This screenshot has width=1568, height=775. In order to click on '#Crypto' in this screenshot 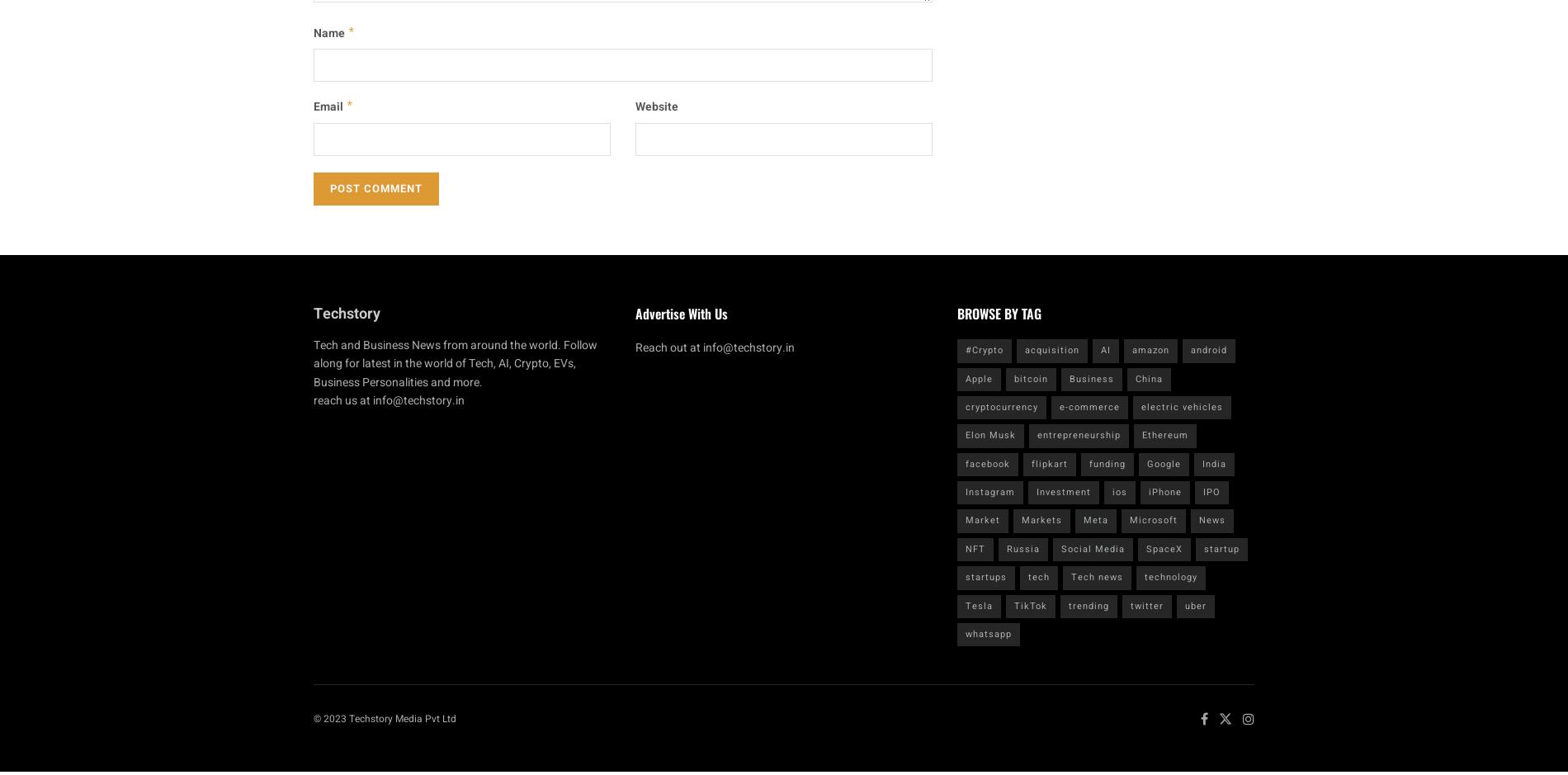, I will do `click(966, 349)`.